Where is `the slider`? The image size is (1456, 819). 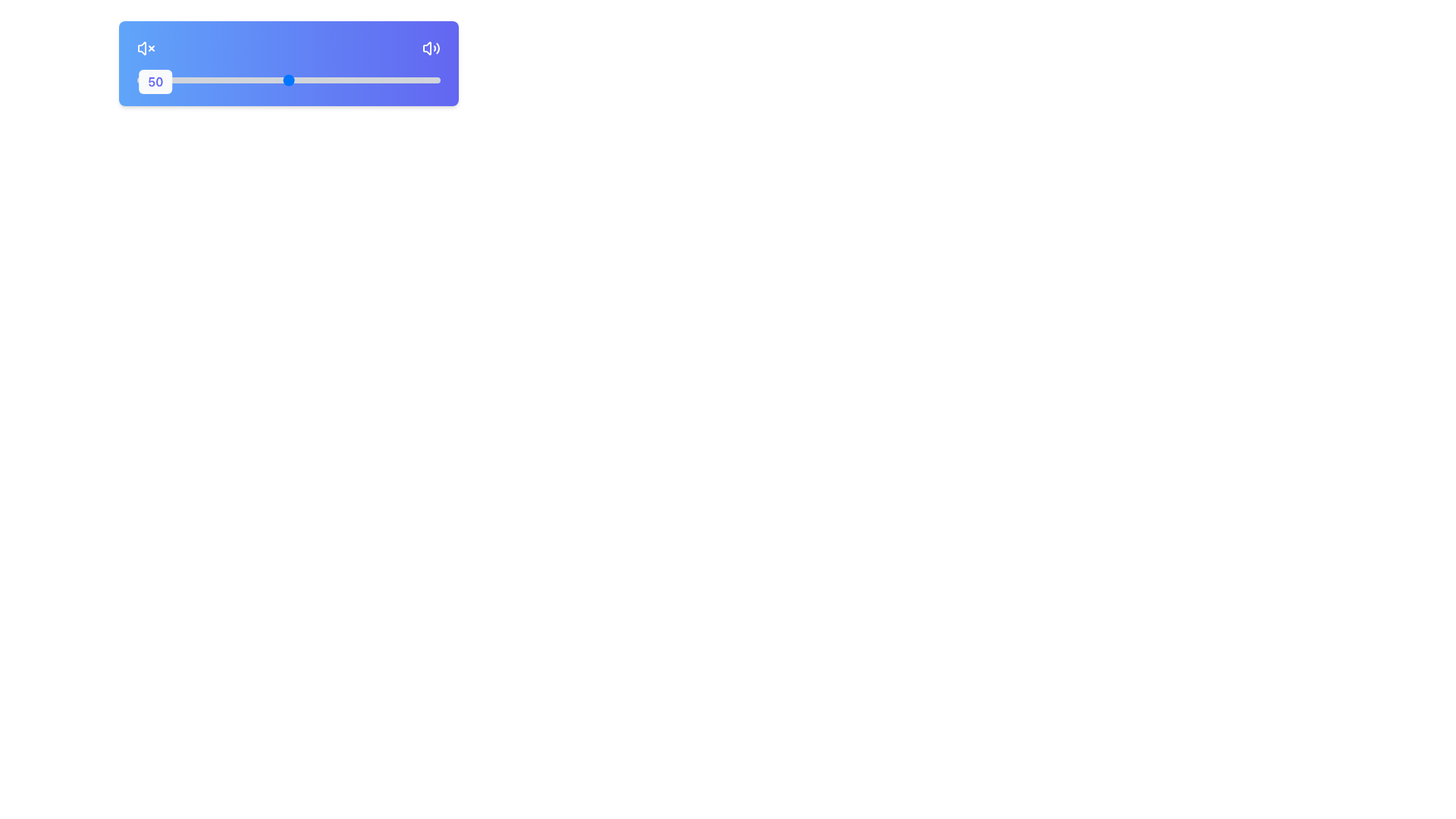
the slider is located at coordinates (283, 80).